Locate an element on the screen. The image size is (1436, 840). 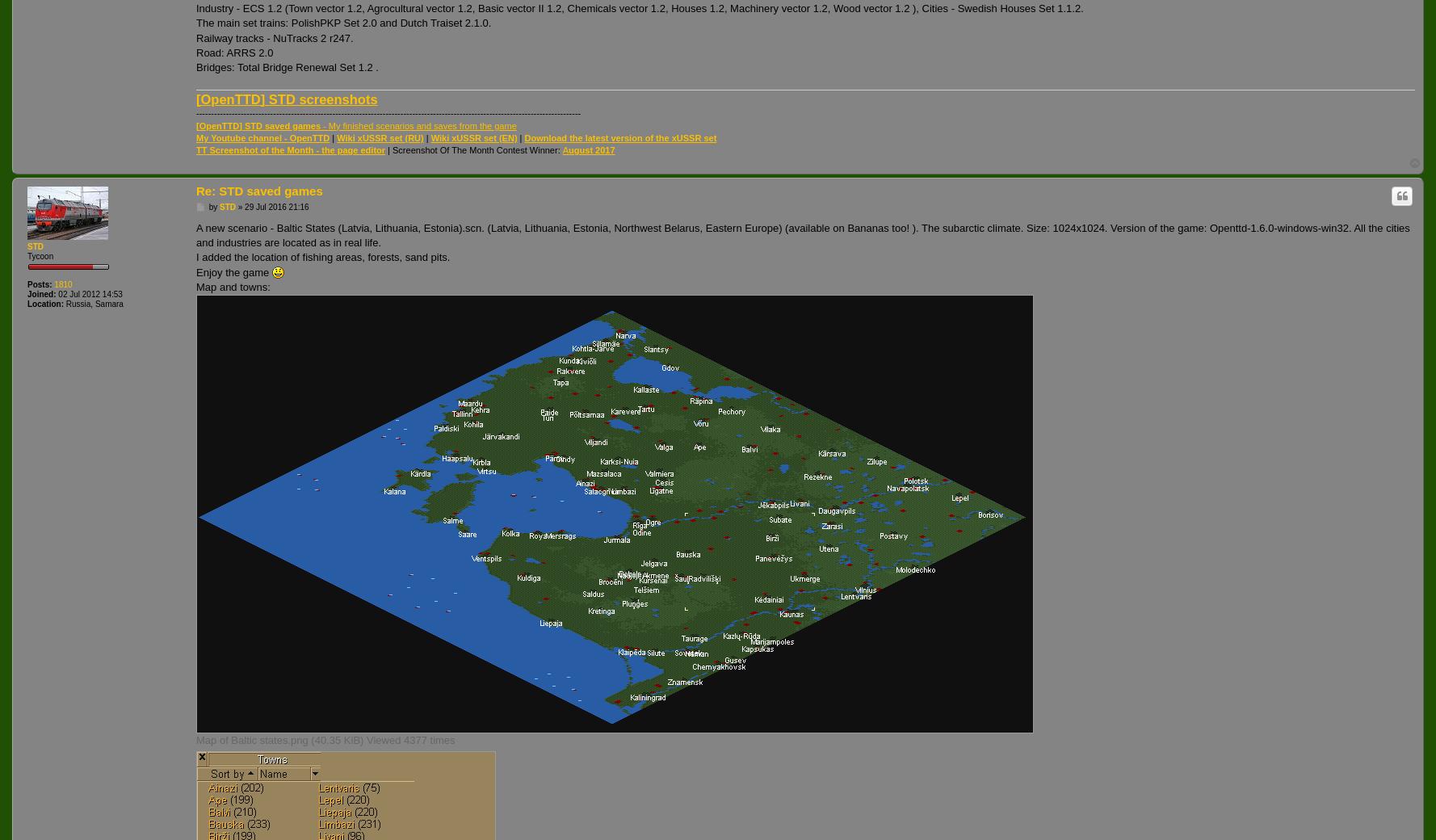
'Location:' is located at coordinates (45, 302).